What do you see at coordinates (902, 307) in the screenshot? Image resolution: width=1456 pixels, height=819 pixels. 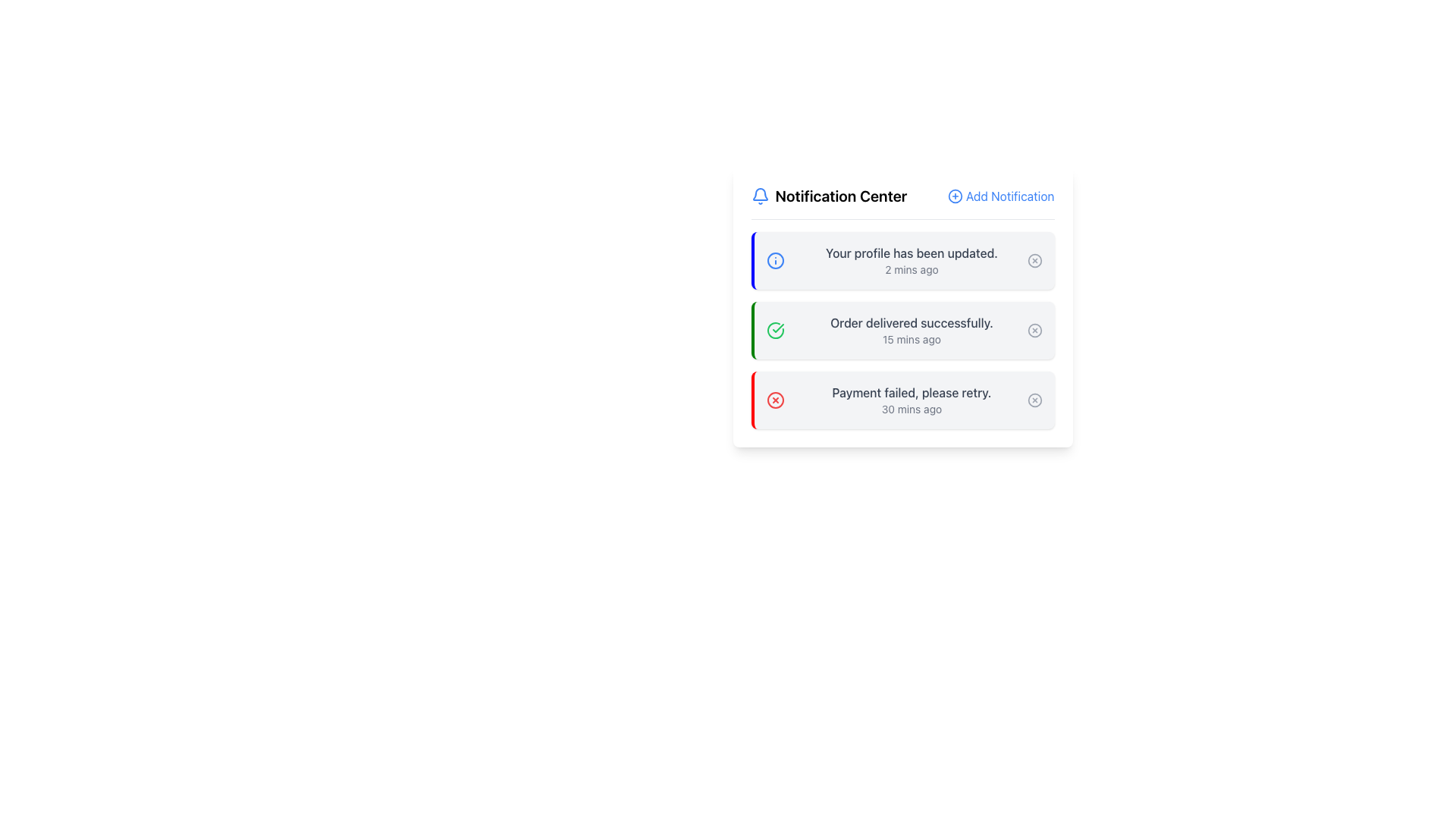 I see `an individual notification within the Notification Panel` at bounding box center [902, 307].